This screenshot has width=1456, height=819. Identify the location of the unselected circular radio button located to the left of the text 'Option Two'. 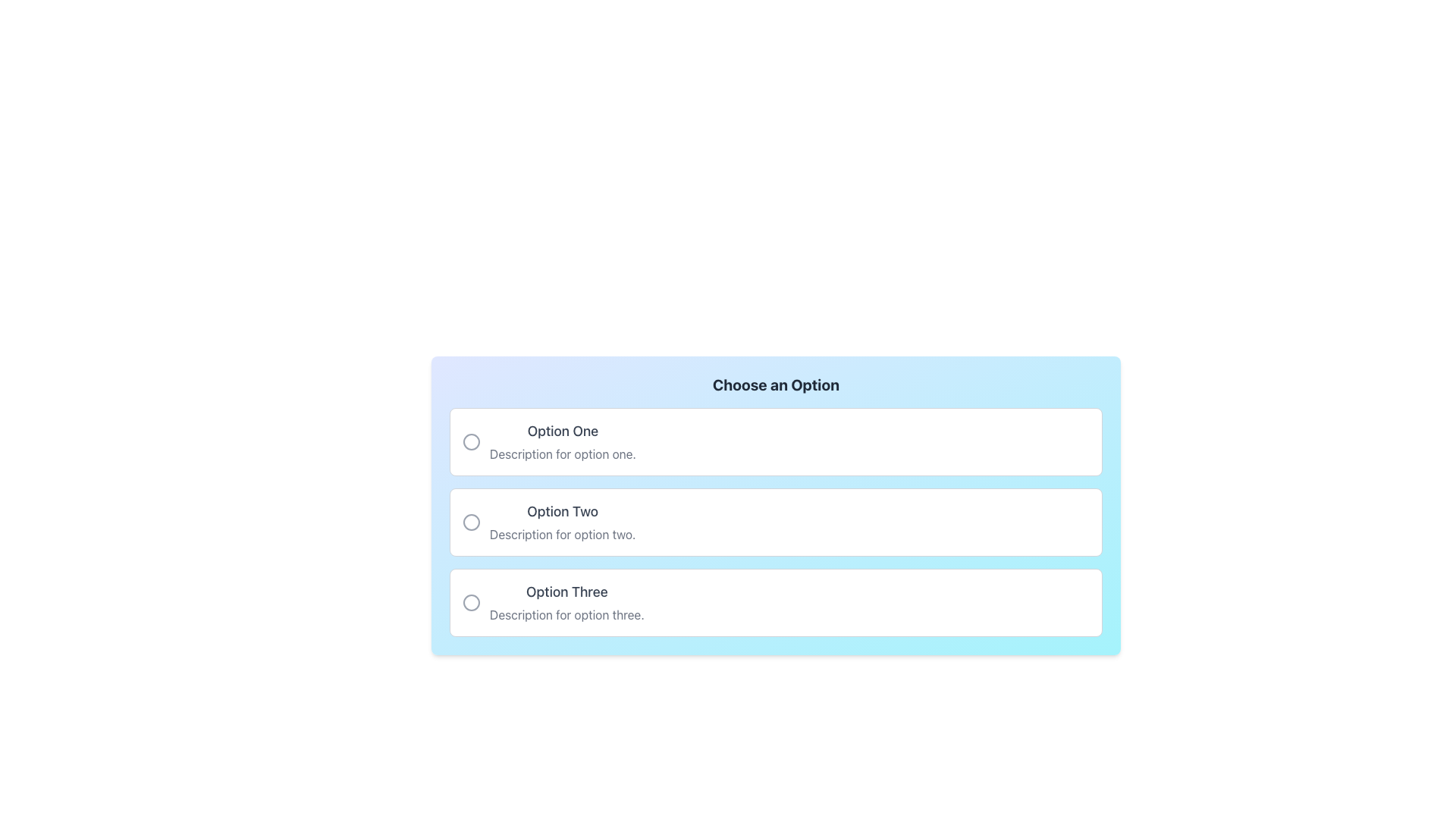
(471, 522).